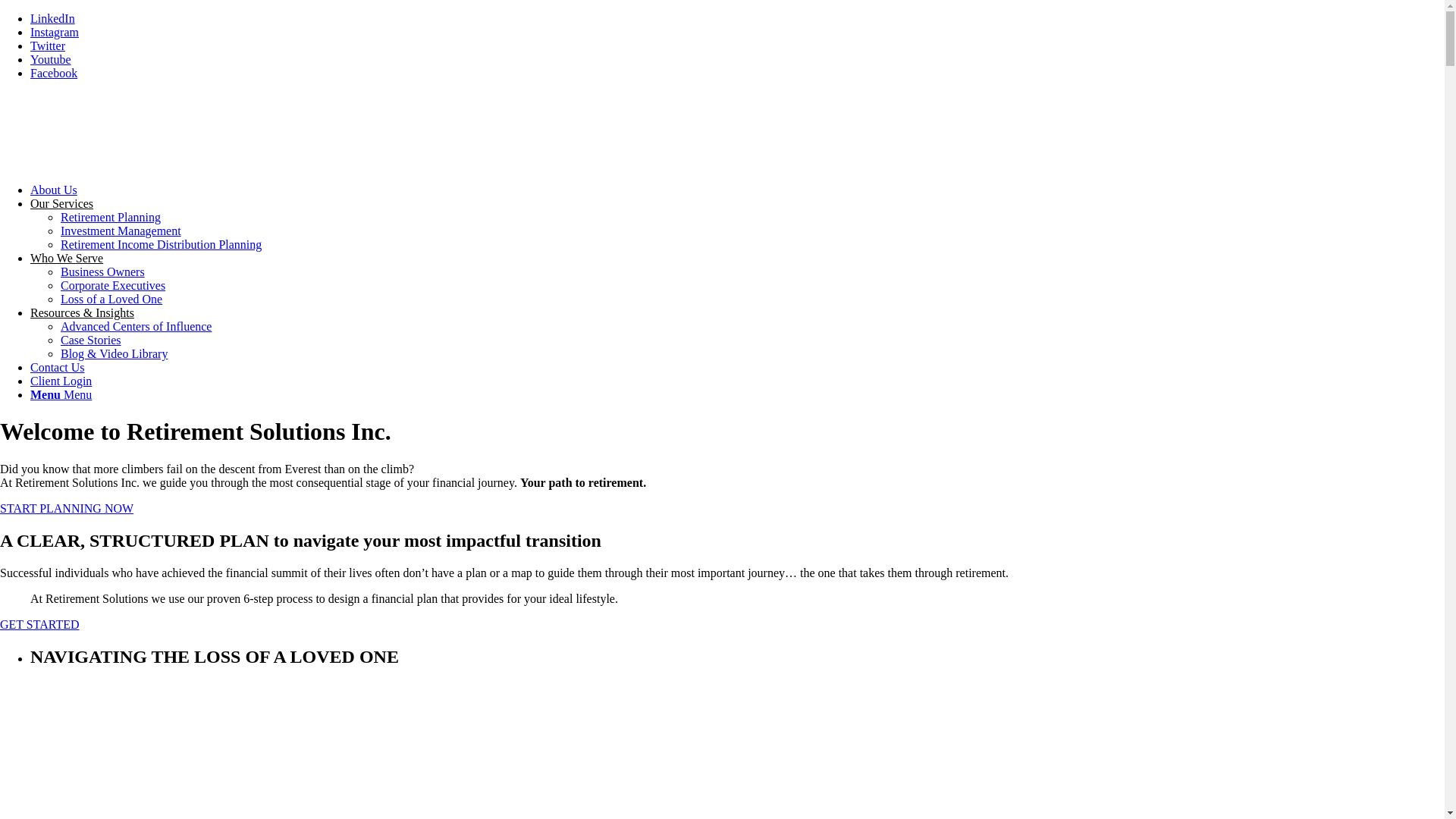 This screenshot has height=819, width=1456. I want to click on 'Twitter', so click(47, 45).